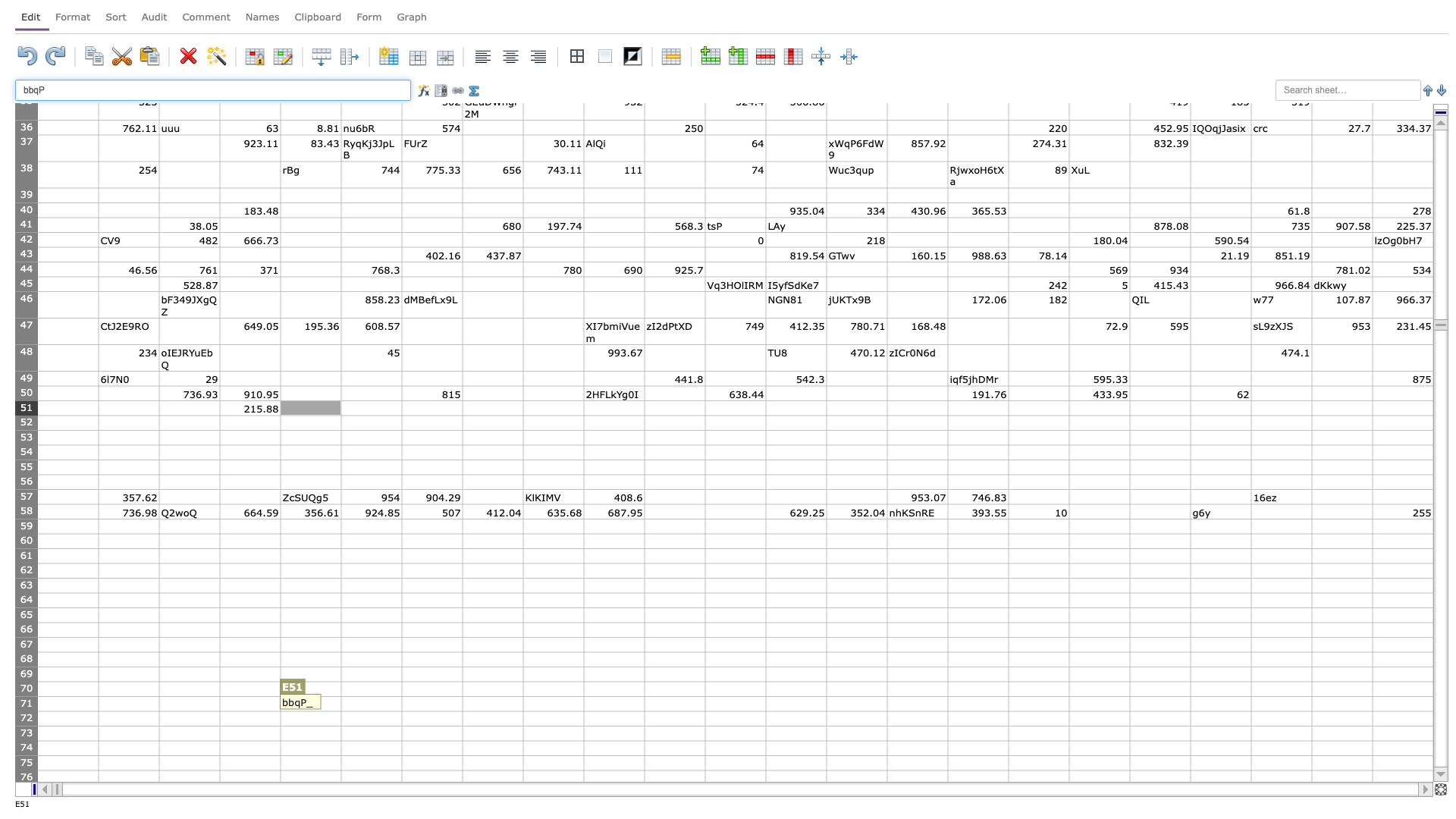 This screenshot has width=1456, height=819. Describe the element at coordinates (401, 711) in the screenshot. I see `Lower right of F71` at that location.